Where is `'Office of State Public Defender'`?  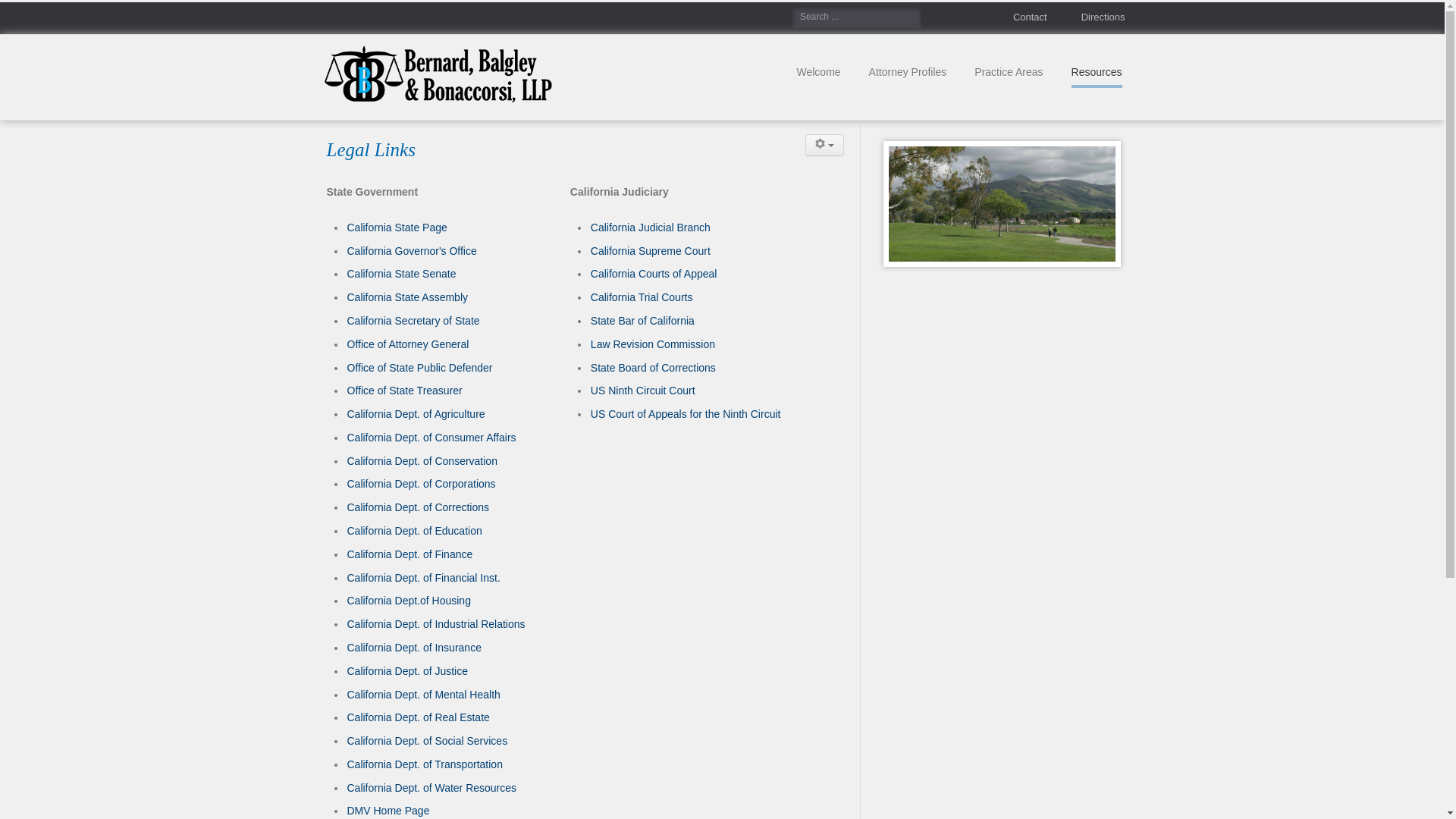 'Office of State Public Defender' is located at coordinates (419, 368).